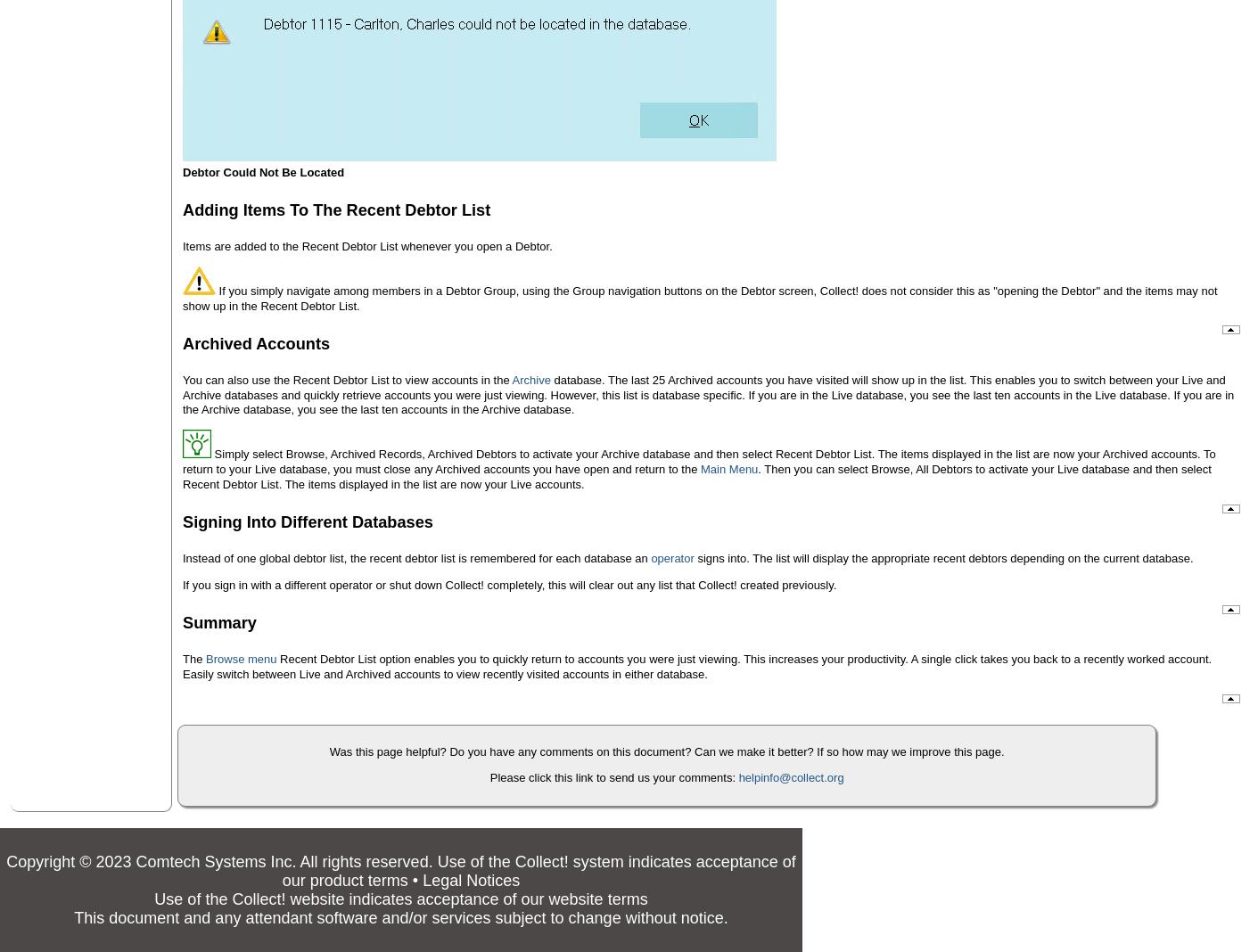 The height and width of the screenshot is (952, 1258). What do you see at coordinates (697, 461) in the screenshot?
I see `'Simply select Browse, Archived Records,
Archived Debtors to activate your Archive database
and then select Recent Debtor List. The items displayed in
the list are now your Archived accounts. To return to your
Live database, you must close any Archived accounts
you have open and return to the'` at bounding box center [697, 461].